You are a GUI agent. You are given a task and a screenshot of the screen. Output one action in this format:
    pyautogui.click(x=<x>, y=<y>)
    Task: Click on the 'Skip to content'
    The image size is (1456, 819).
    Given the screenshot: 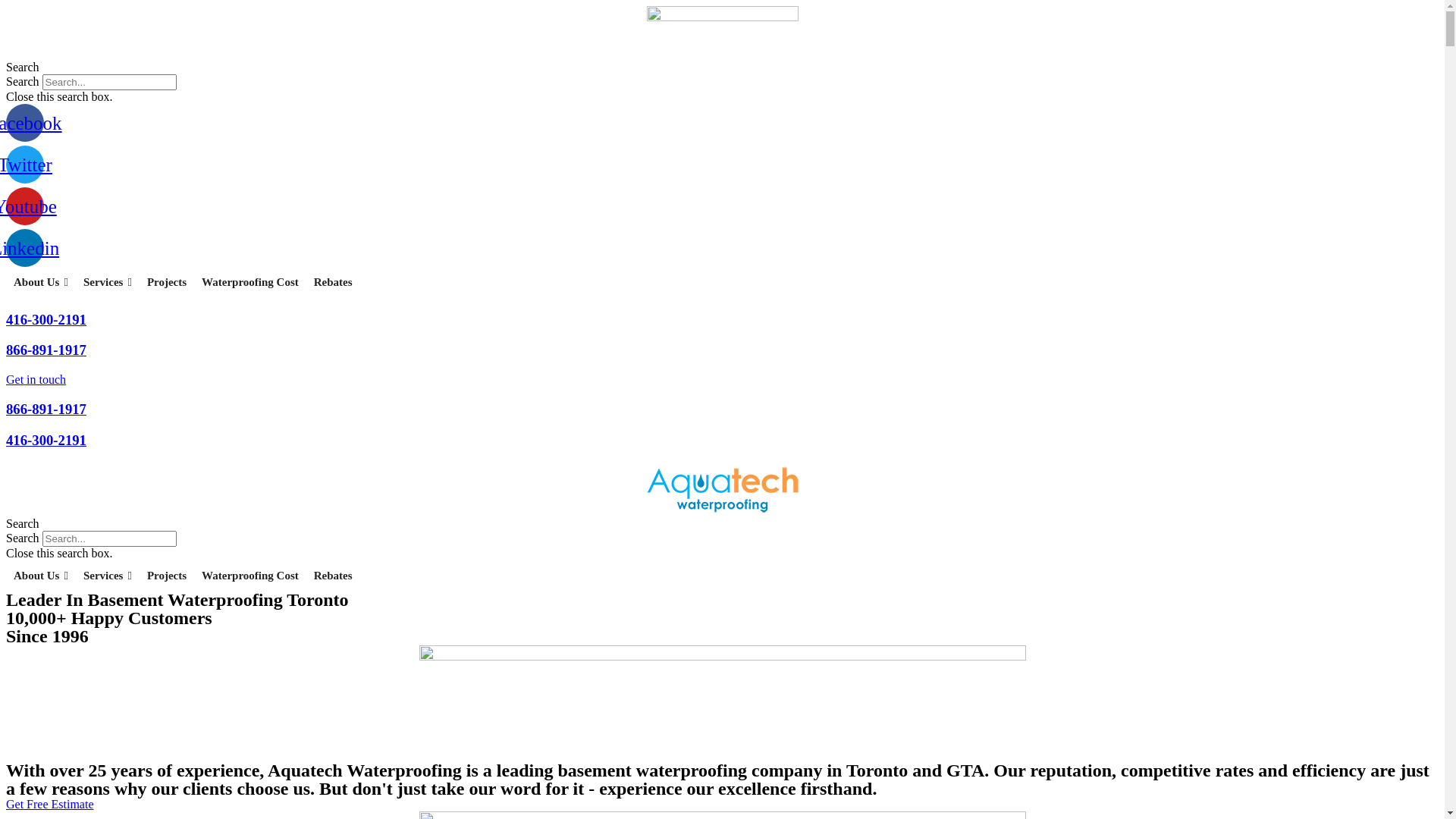 What is the action you would take?
    pyautogui.click(x=5, y=5)
    